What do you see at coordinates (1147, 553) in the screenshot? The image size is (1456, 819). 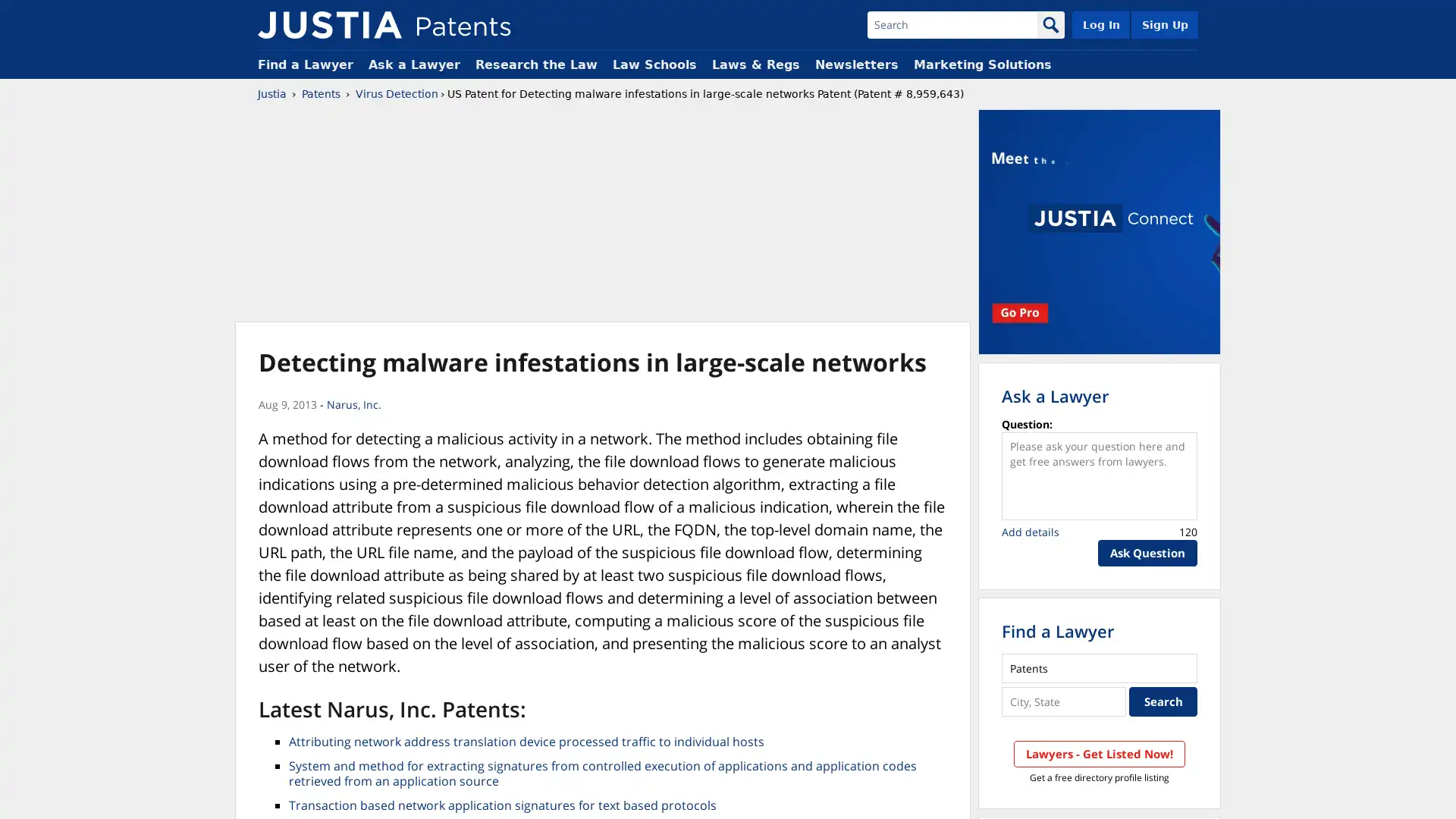 I see `Ask Question` at bounding box center [1147, 553].